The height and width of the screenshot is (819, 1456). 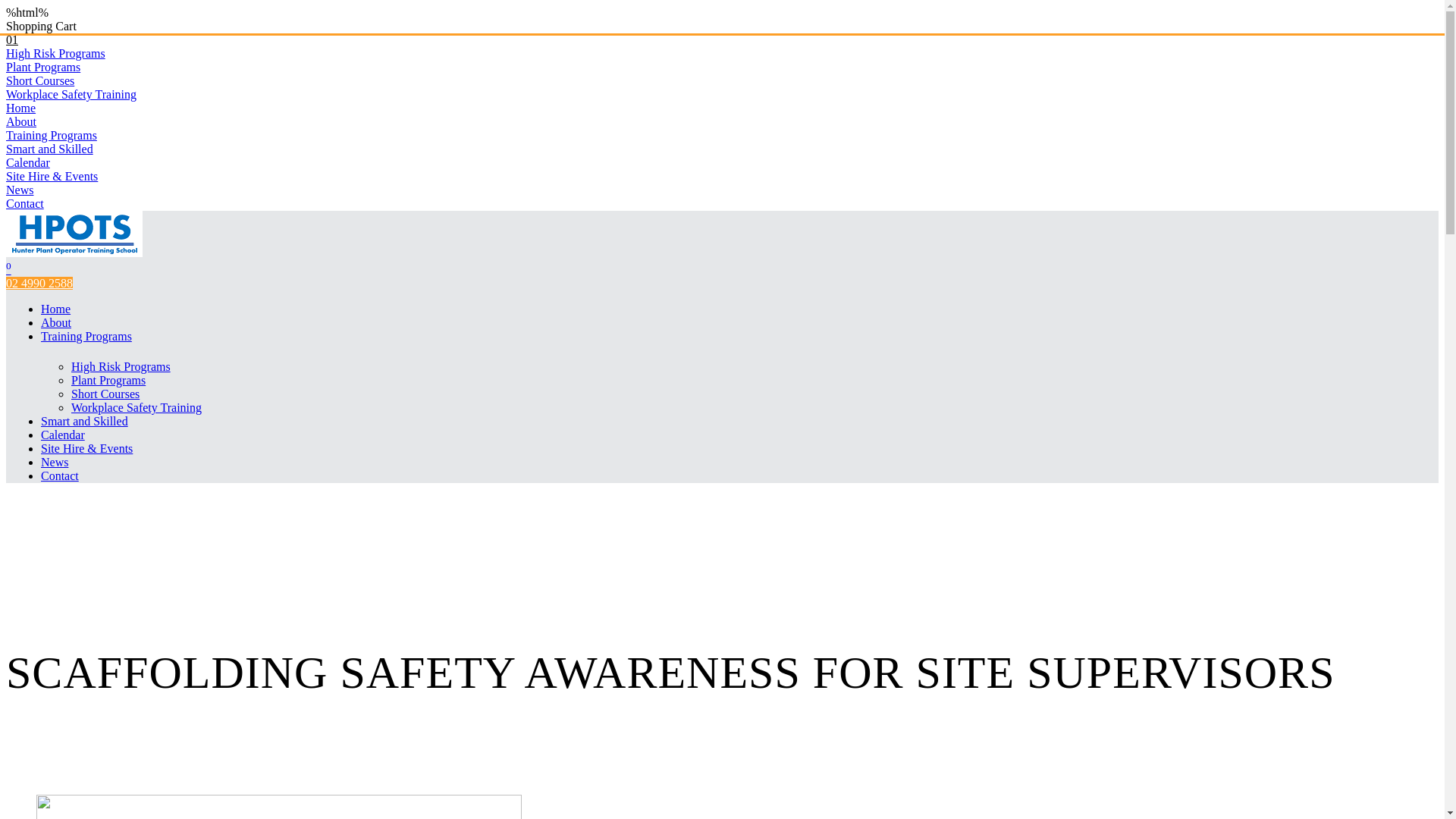 I want to click on 'HPOTS', so click(x=73, y=252).